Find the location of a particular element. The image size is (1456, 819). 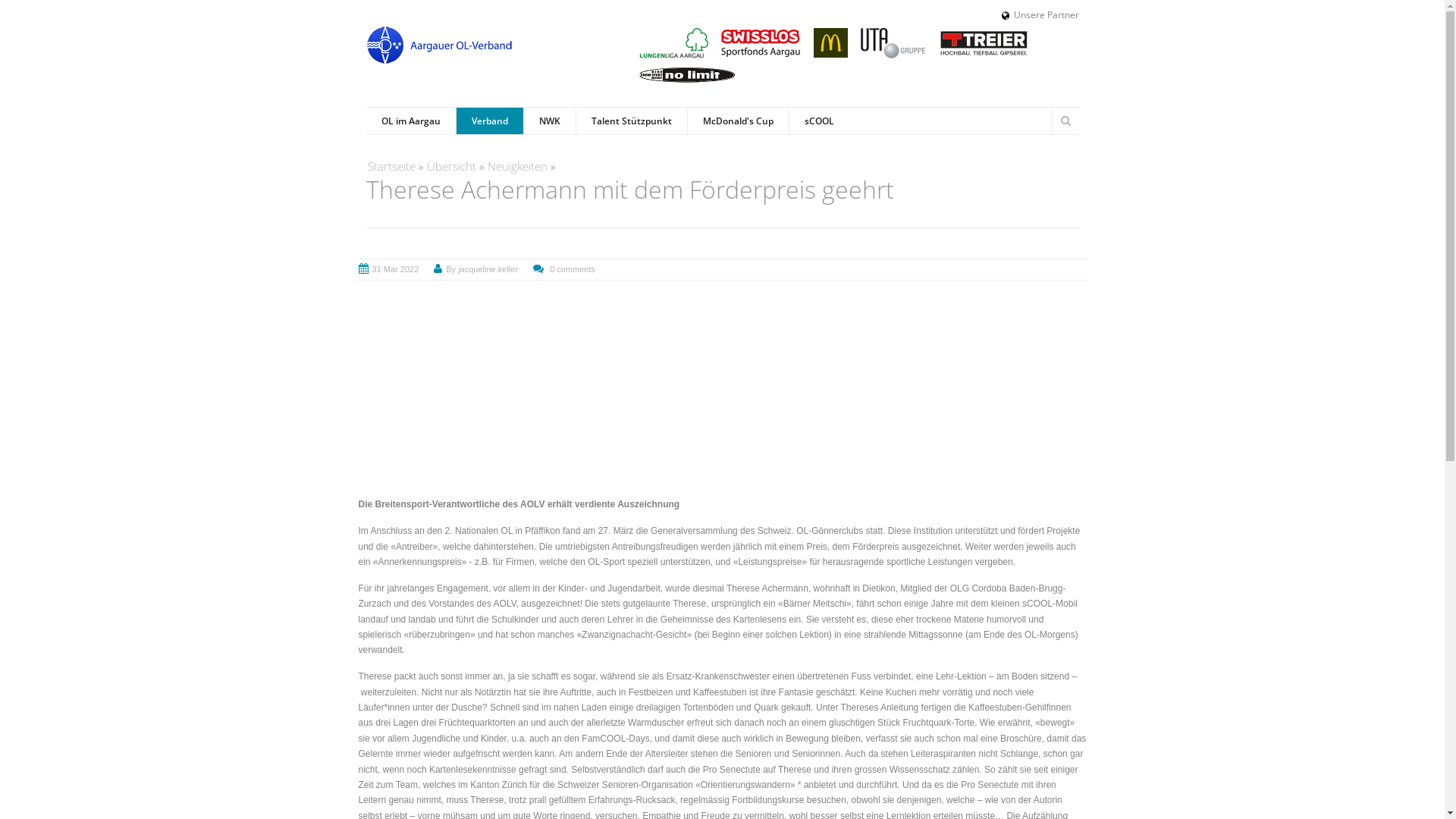

'0 comments' is located at coordinates (571, 268).